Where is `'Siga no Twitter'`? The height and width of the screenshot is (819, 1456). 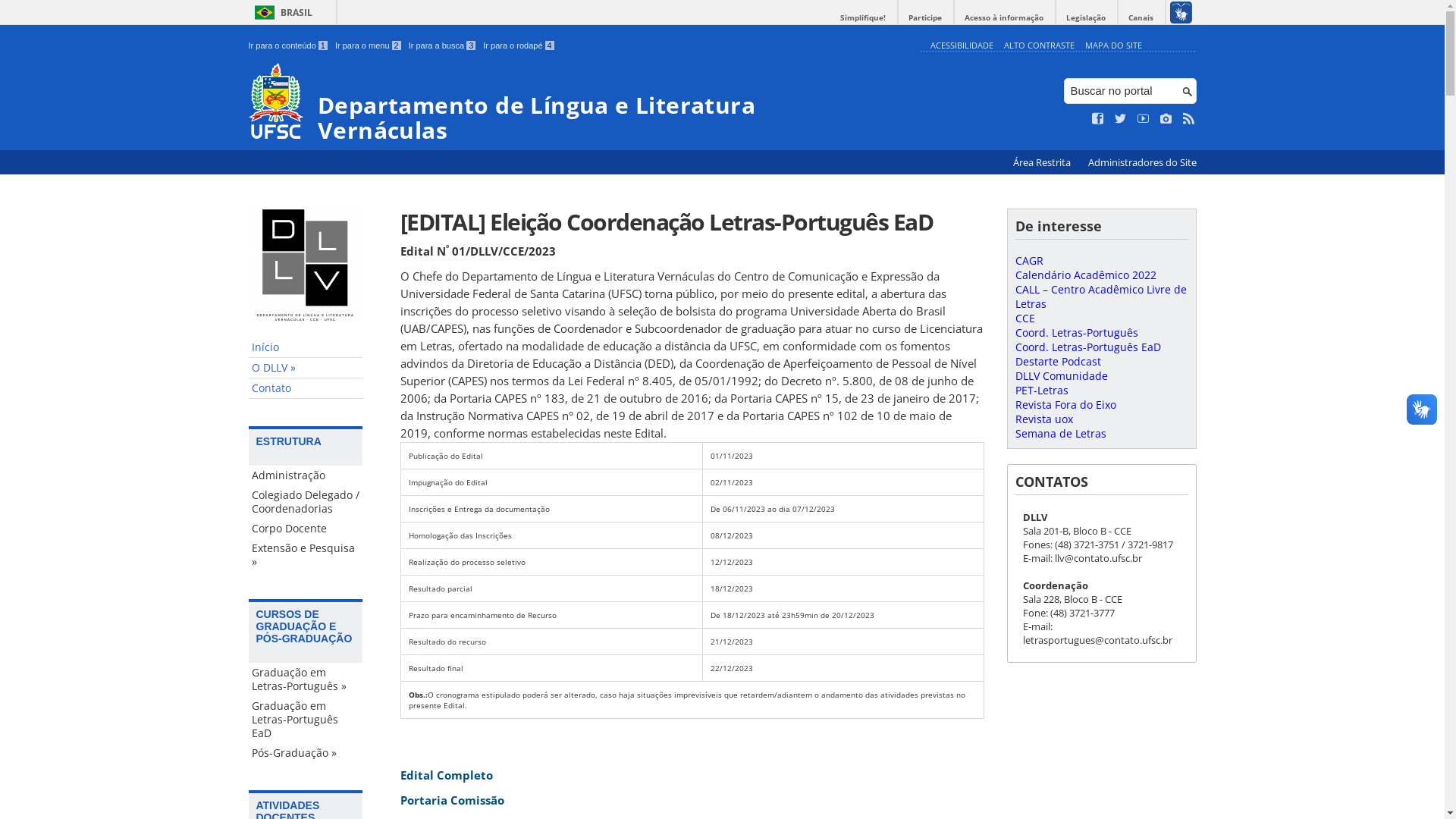 'Siga no Twitter' is located at coordinates (1121, 118).